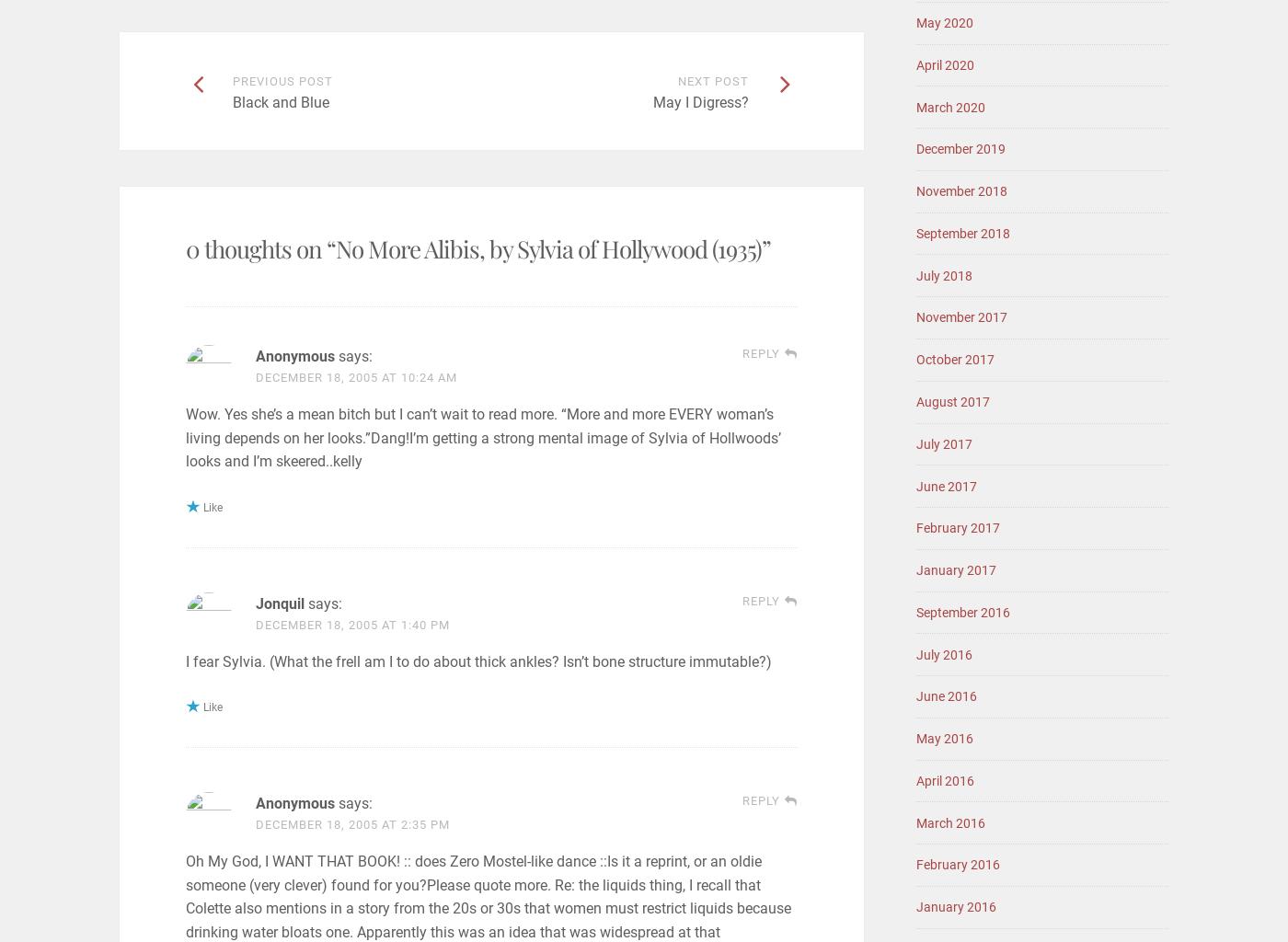 The height and width of the screenshot is (942, 1288). I want to click on 'April 2020', so click(945, 63).